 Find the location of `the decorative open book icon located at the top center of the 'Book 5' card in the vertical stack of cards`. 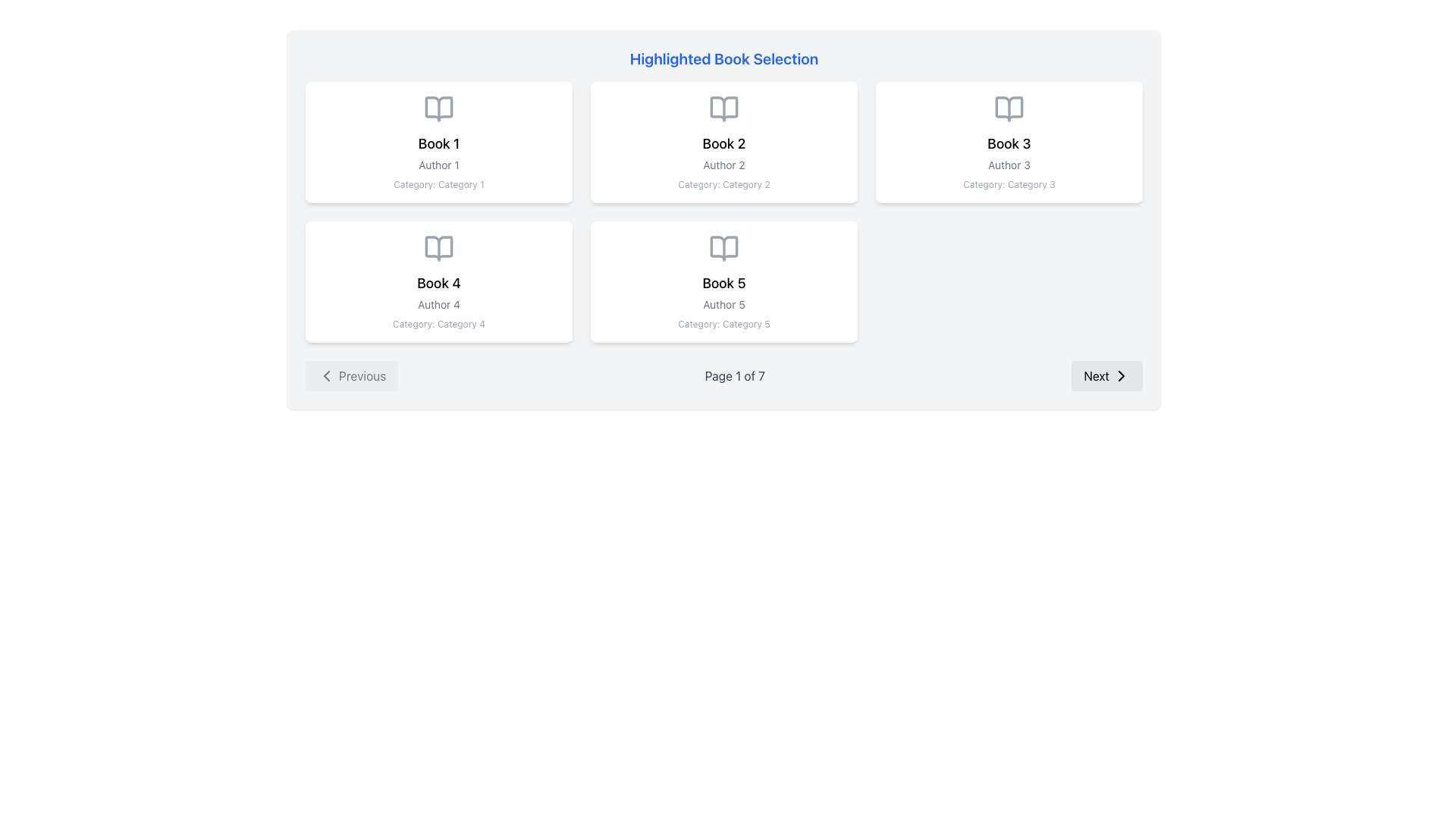

the decorative open book icon located at the top center of the 'Book 5' card in the vertical stack of cards is located at coordinates (723, 247).